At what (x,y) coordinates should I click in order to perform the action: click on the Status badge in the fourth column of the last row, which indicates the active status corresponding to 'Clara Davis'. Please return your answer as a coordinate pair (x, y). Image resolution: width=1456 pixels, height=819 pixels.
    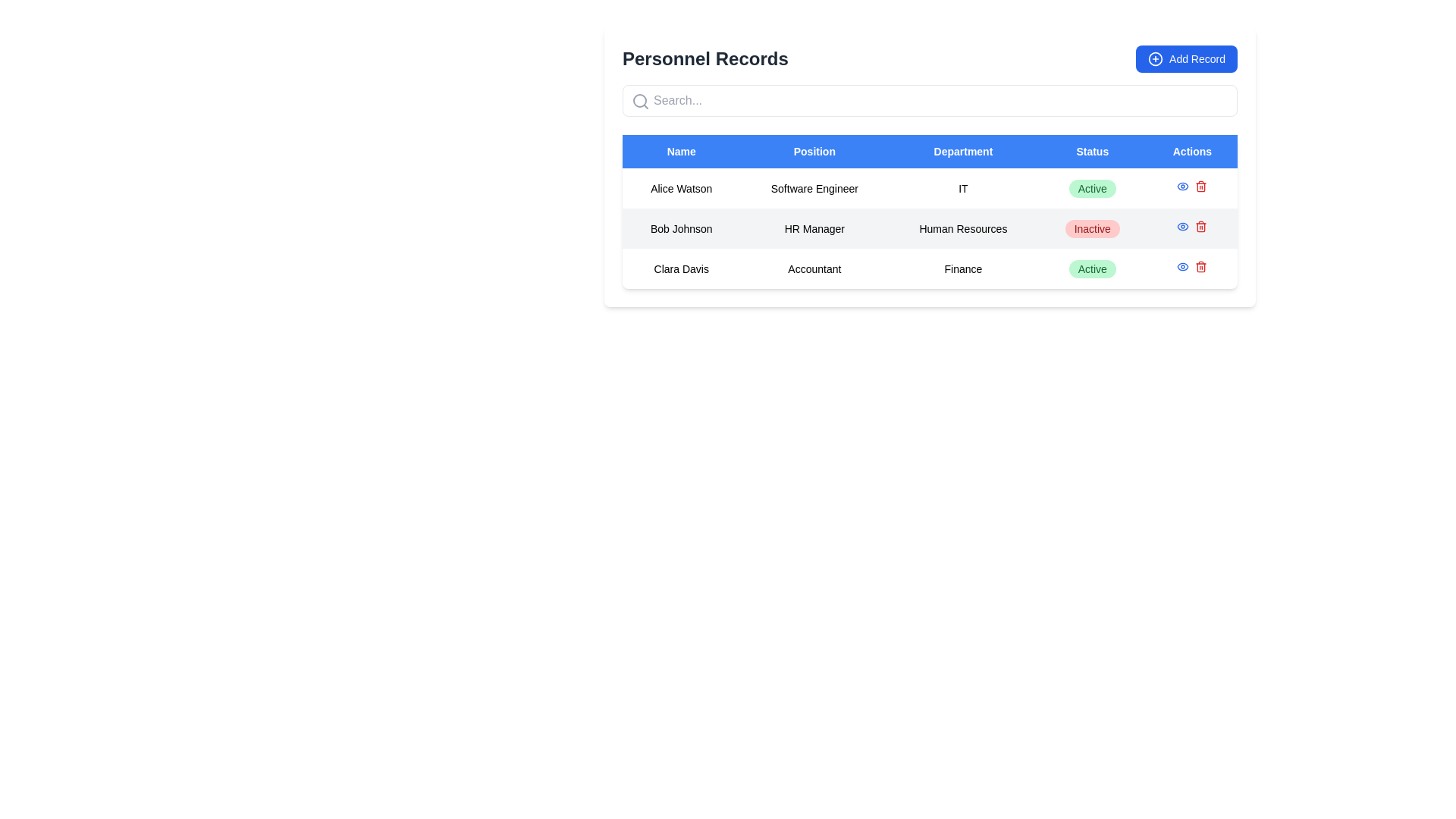
    Looking at the image, I should click on (1092, 268).